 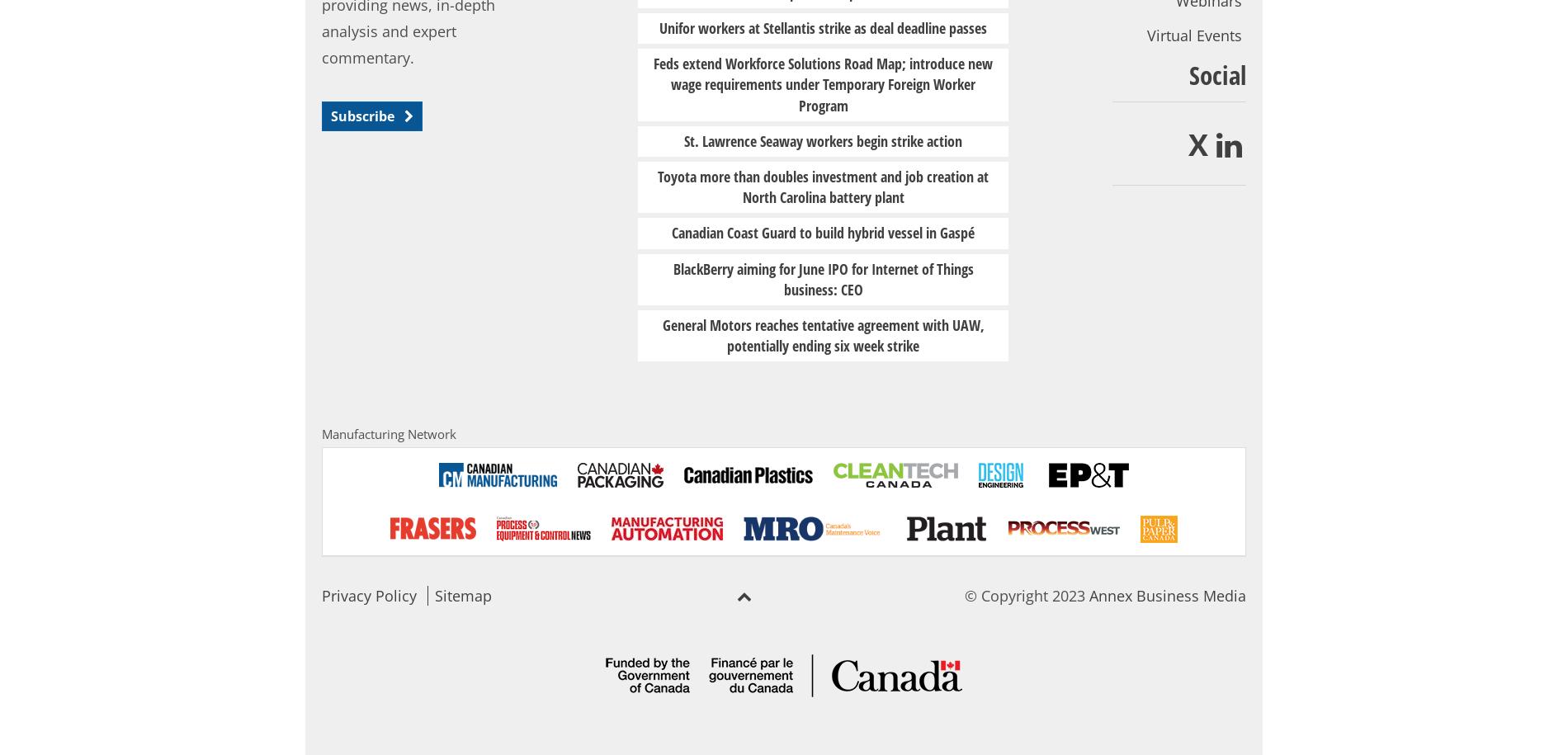 What do you see at coordinates (1197, 143) in the screenshot?
I see `'X'` at bounding box center [1197, 143].